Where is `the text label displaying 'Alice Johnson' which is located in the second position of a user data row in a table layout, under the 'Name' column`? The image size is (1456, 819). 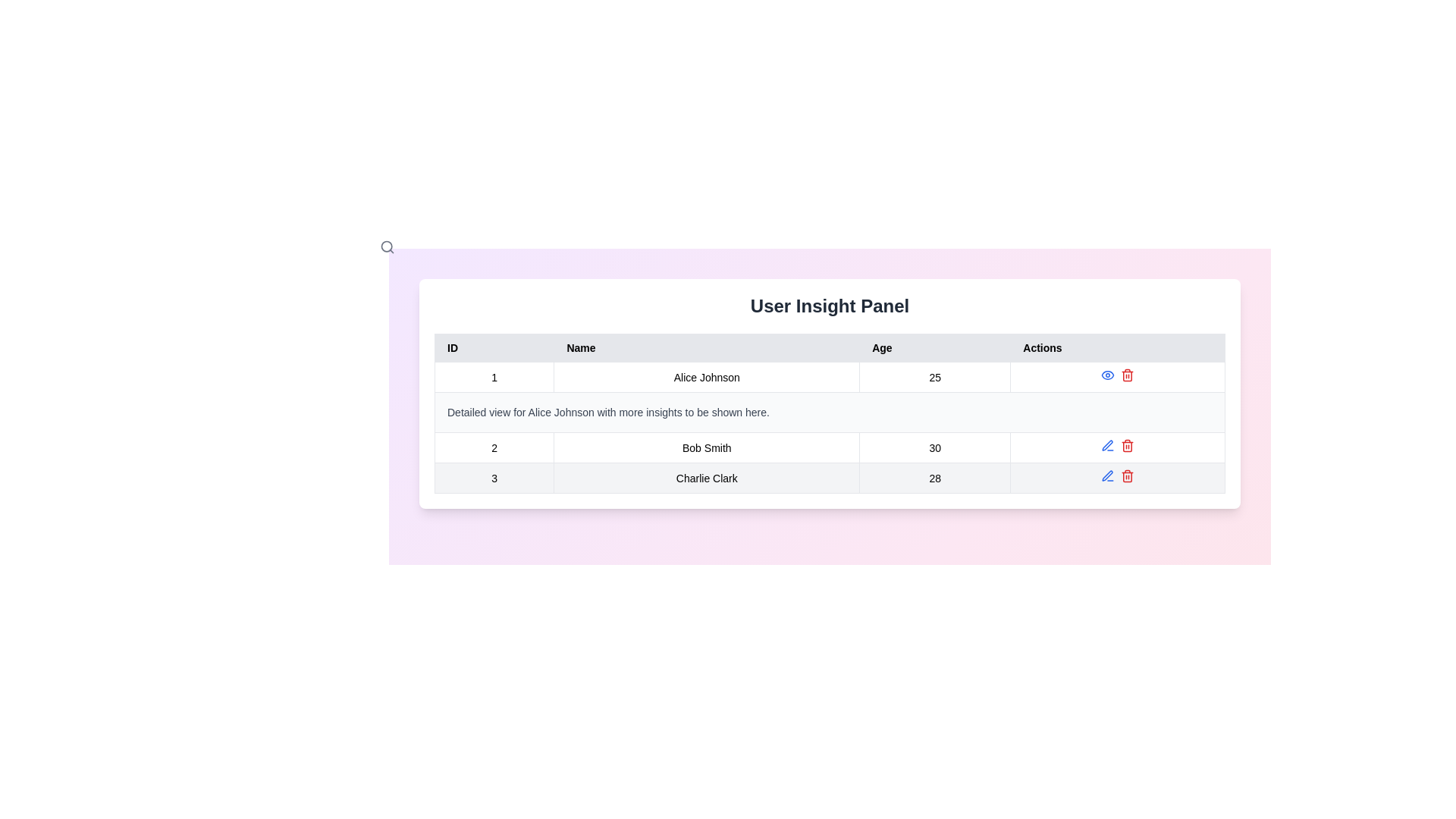
the text label displaying 'Alice Johnson' which is located in the second position of a user data row in a table layout, under the 'Name' column is located at coordinates (706, 376).